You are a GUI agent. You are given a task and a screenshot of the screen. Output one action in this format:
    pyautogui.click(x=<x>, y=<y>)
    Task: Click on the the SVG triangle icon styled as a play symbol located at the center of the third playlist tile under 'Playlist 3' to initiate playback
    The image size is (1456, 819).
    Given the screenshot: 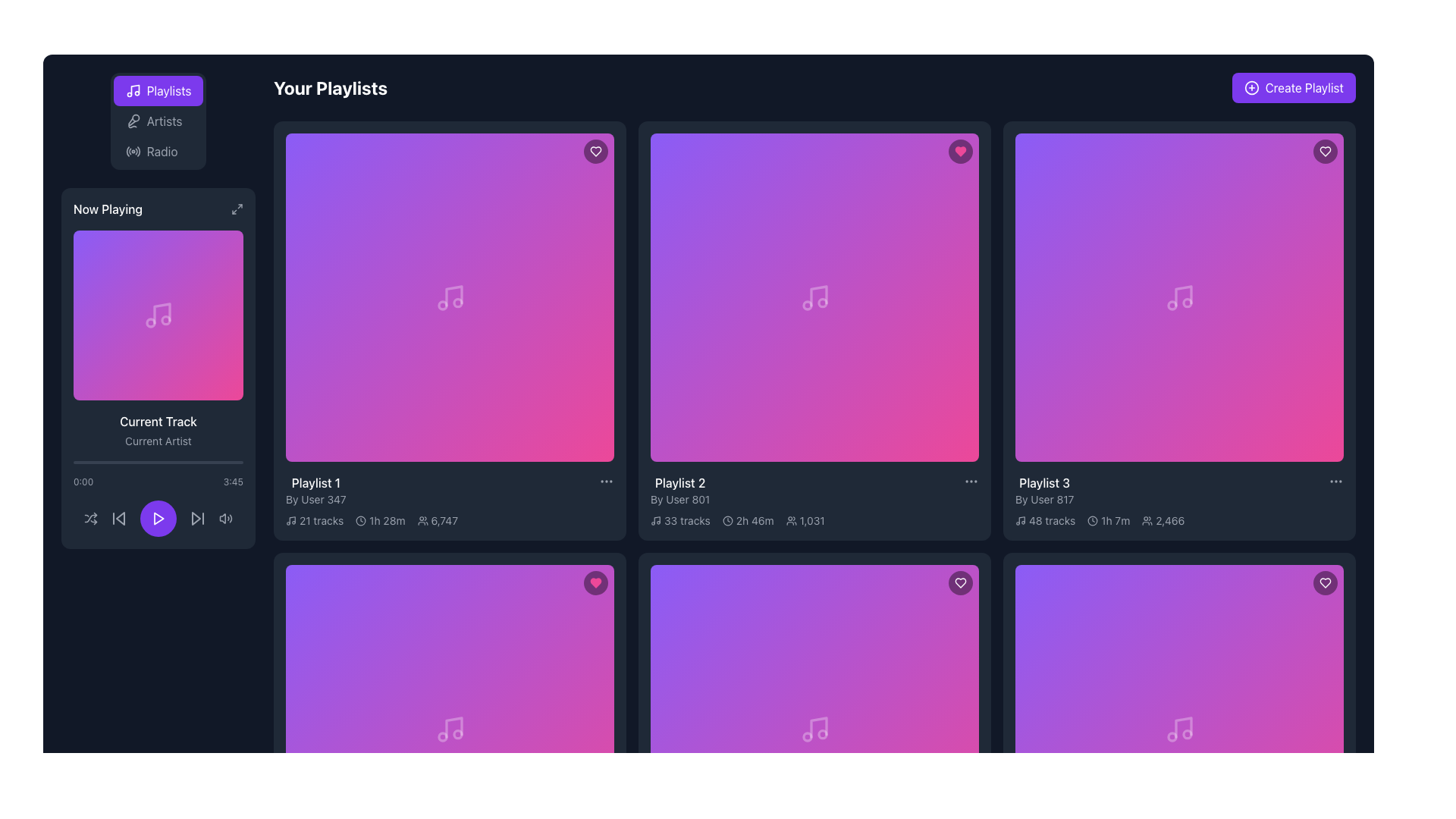 What is the action you would take?
    pyautogui.click(x=1179, y=728)
    